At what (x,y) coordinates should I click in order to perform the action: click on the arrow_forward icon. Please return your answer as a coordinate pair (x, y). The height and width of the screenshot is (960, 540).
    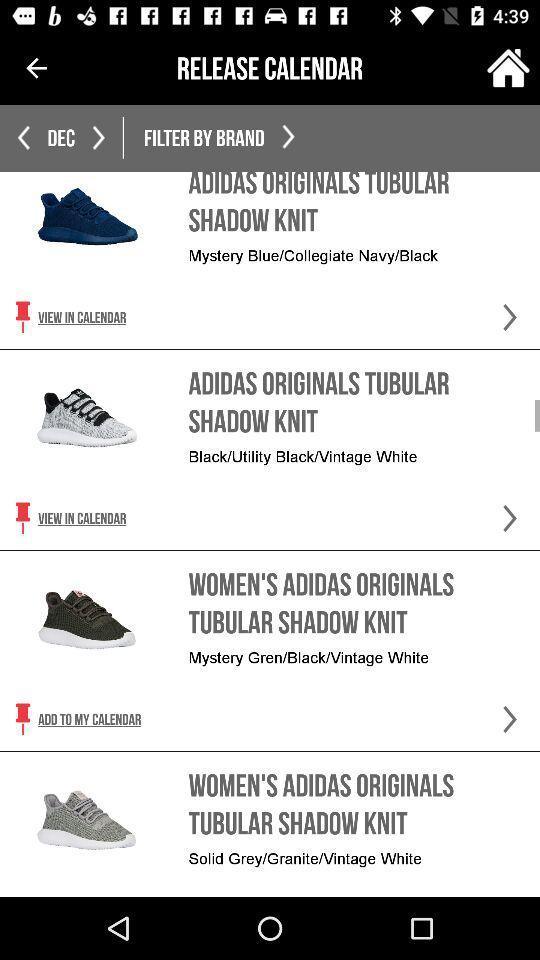
    Looking at the image, I should click on (97, 136).